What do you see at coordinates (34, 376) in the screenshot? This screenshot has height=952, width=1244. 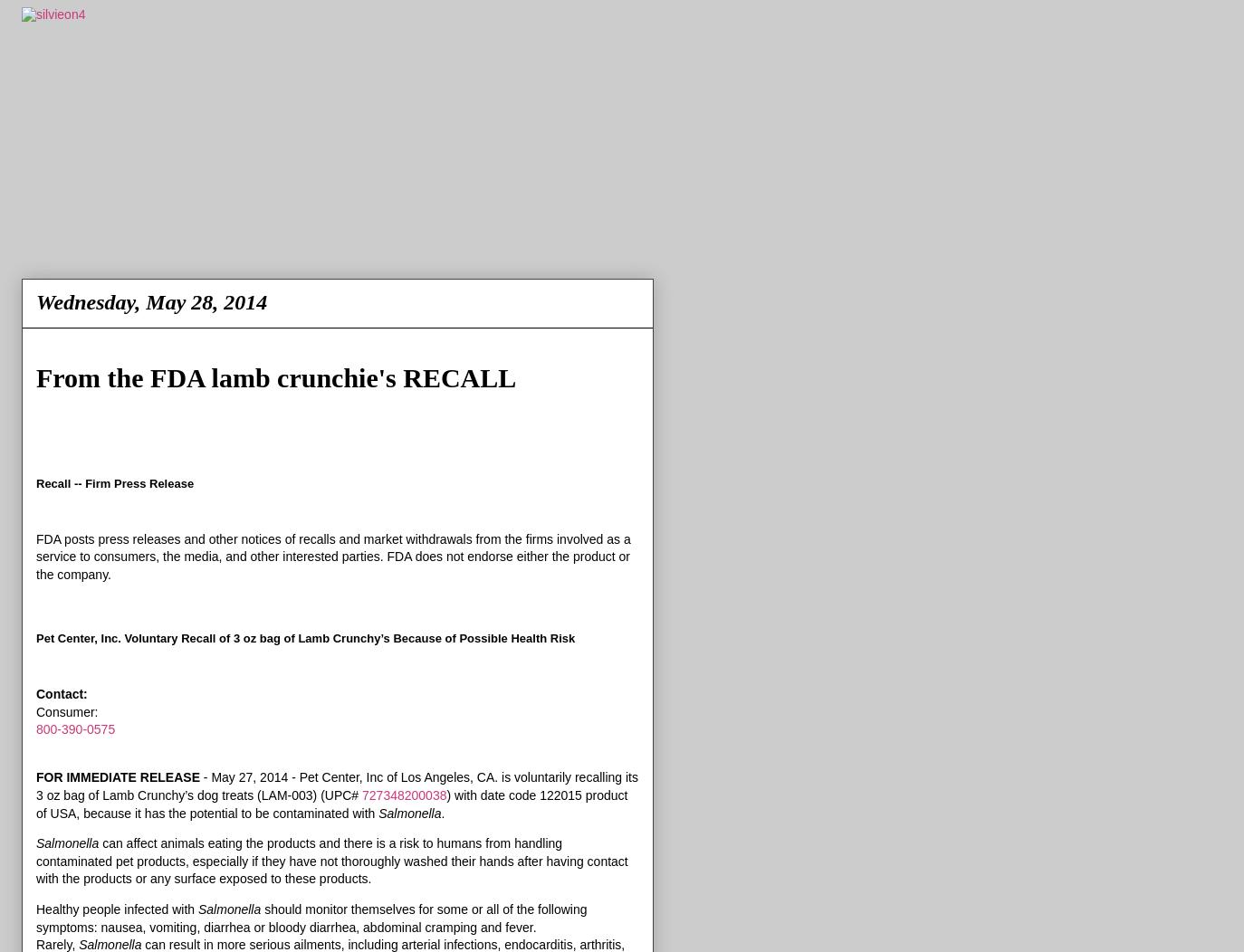 I see `'From the FDA lamb crunchie's RECALL'` at bounding box center [34, 376].